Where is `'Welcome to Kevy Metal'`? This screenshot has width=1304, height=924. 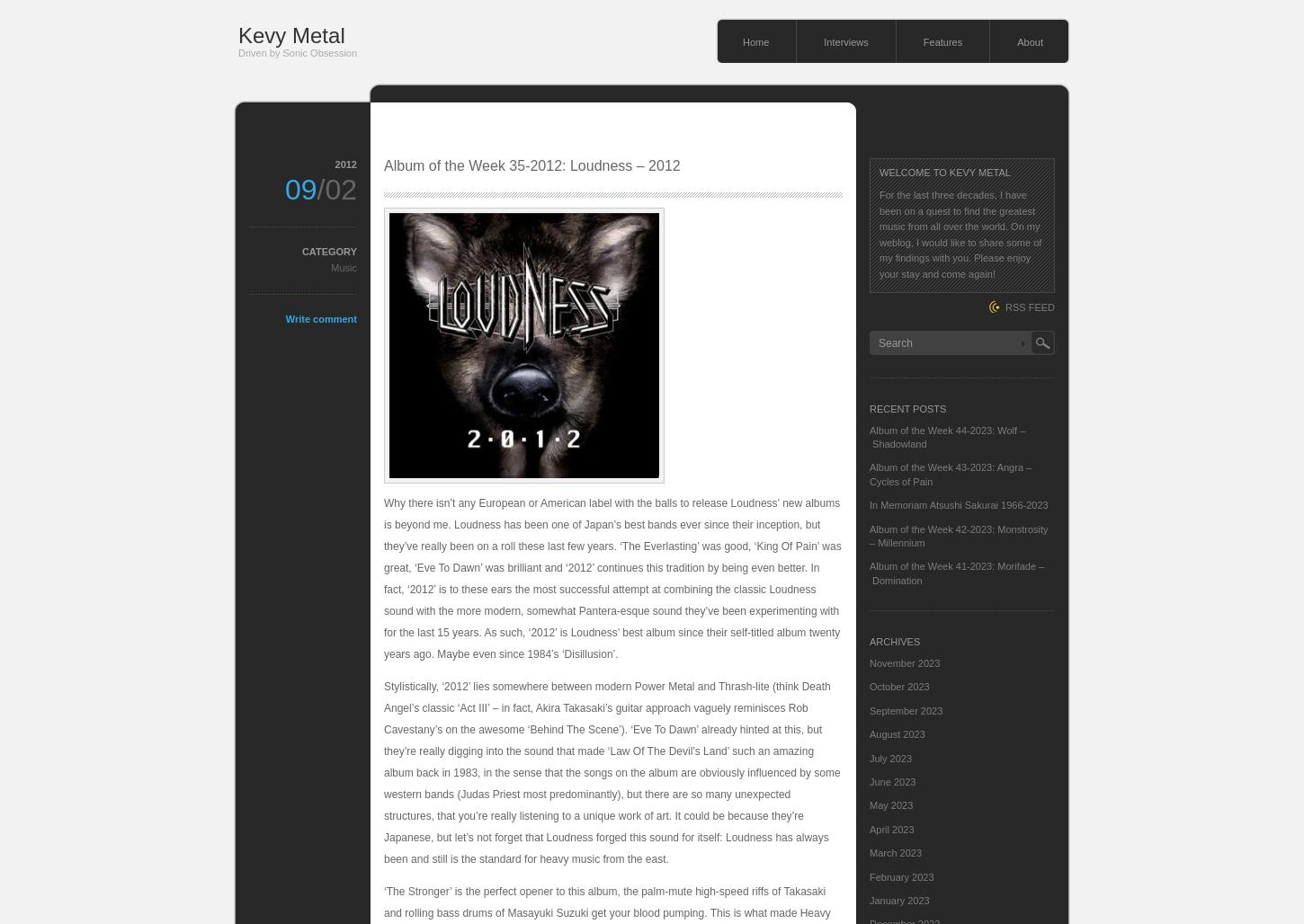
'Welcome to Kevy Metal' is located at coordinates (880, 173).